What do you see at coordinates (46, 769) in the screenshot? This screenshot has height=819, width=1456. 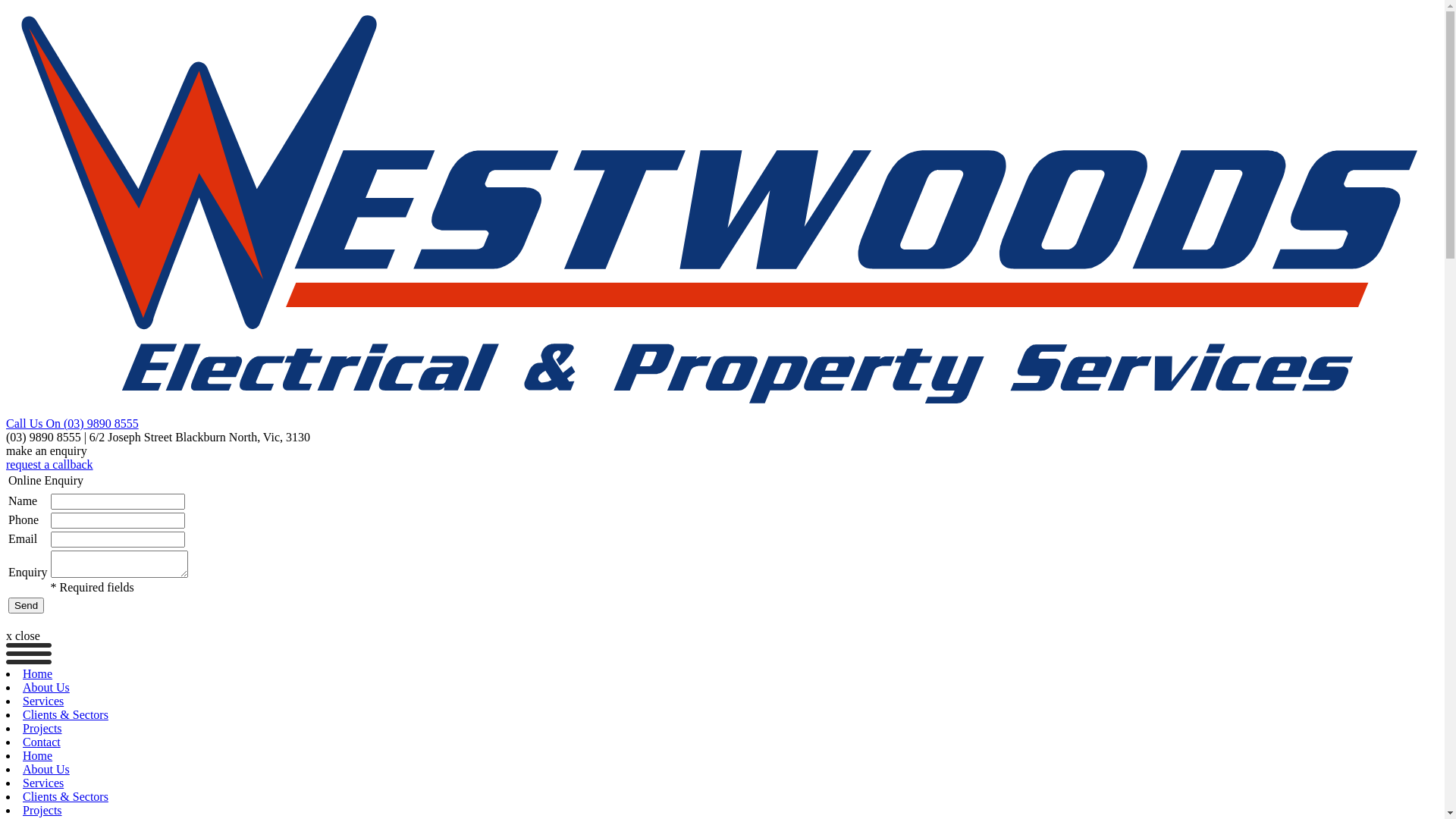 I see `'About Us'` at bounding box center [46, 769].